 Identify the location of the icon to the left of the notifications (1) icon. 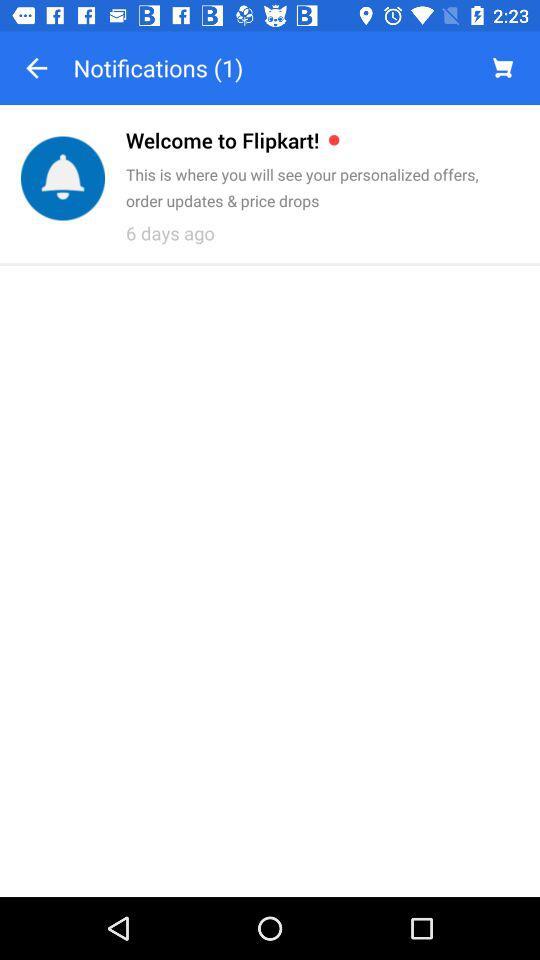
(36, 68).